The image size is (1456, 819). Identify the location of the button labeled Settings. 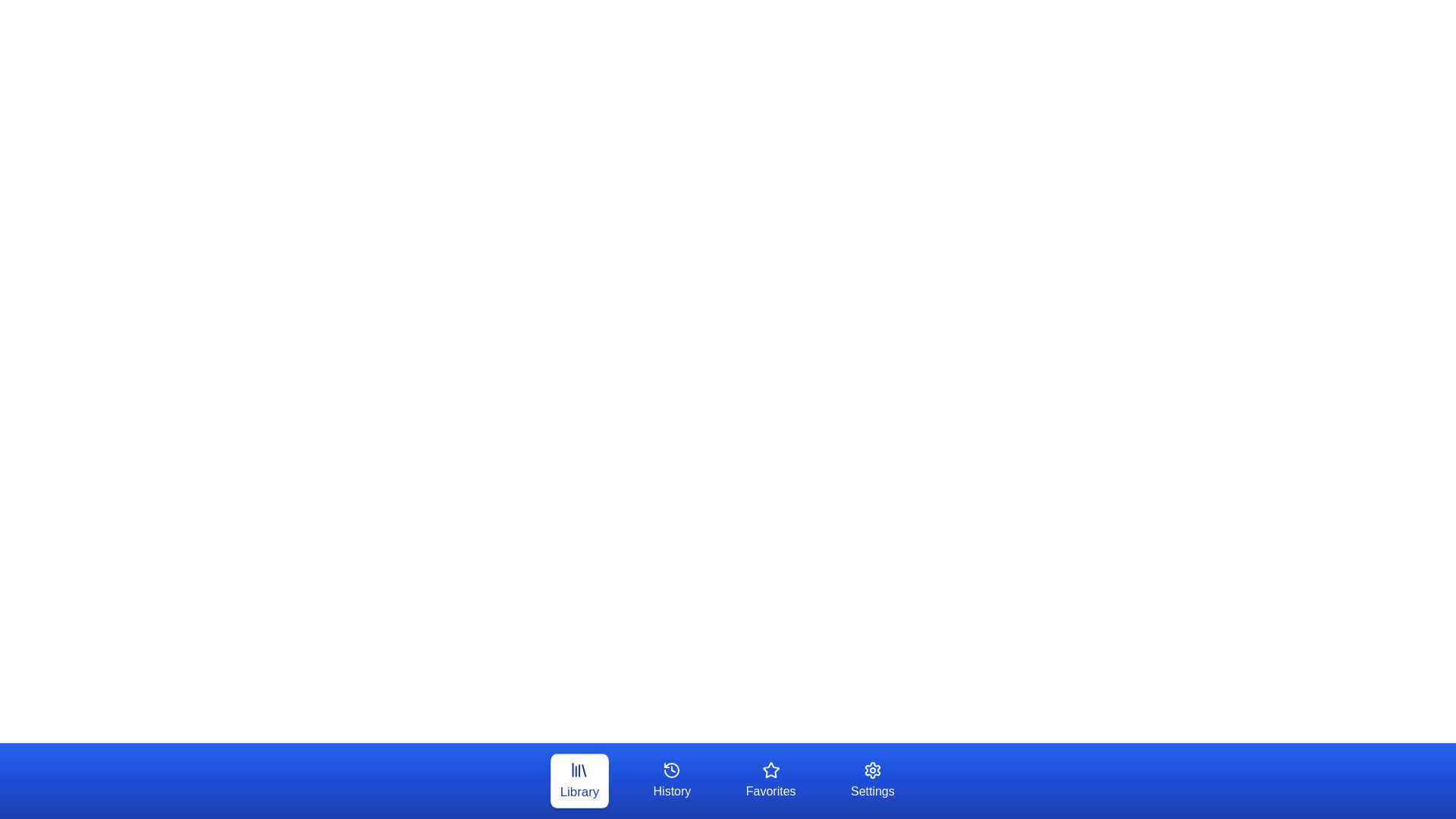
(872, 780).